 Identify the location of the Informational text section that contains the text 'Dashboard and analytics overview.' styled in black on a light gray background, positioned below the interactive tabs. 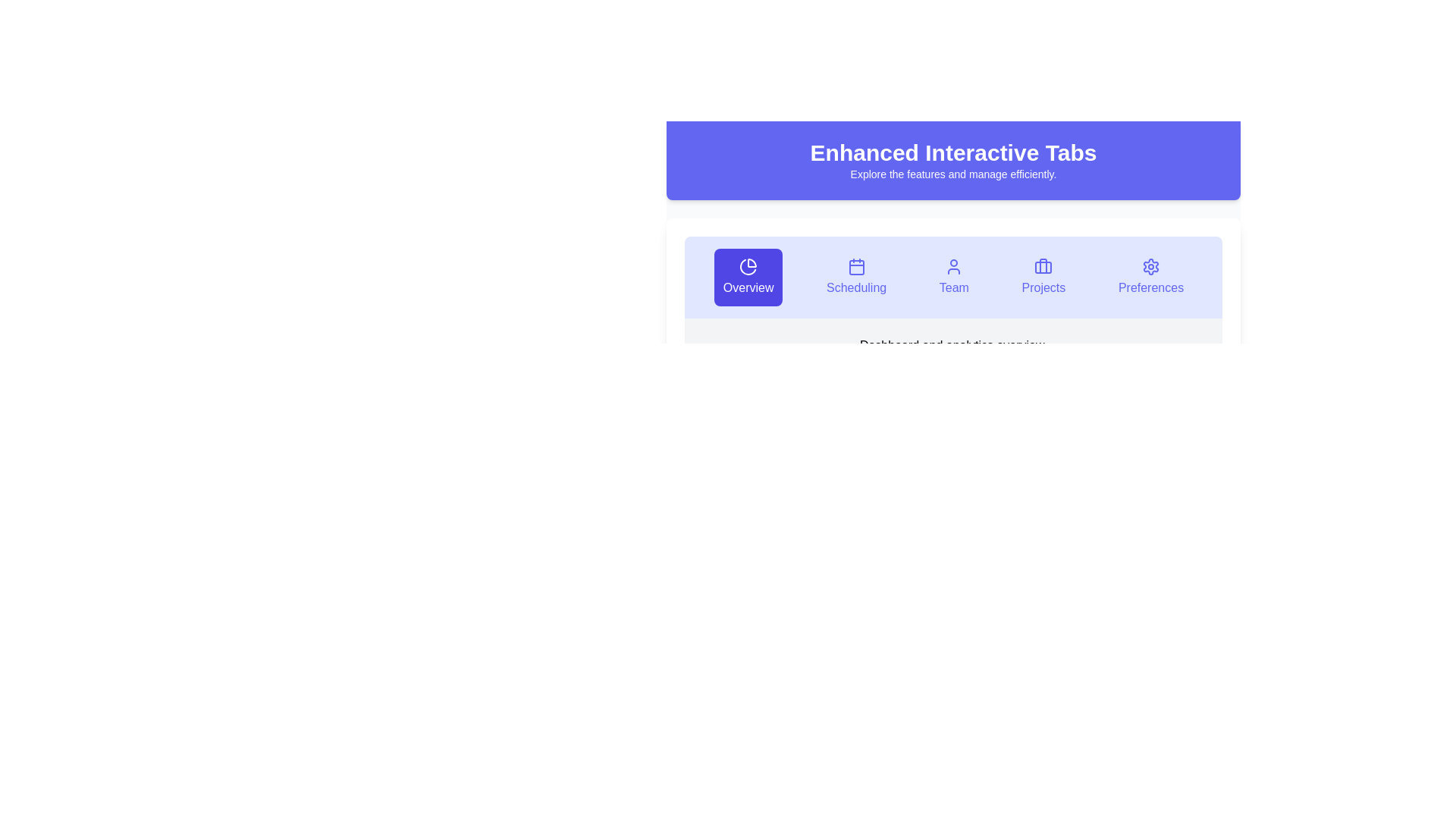
(952, 345).